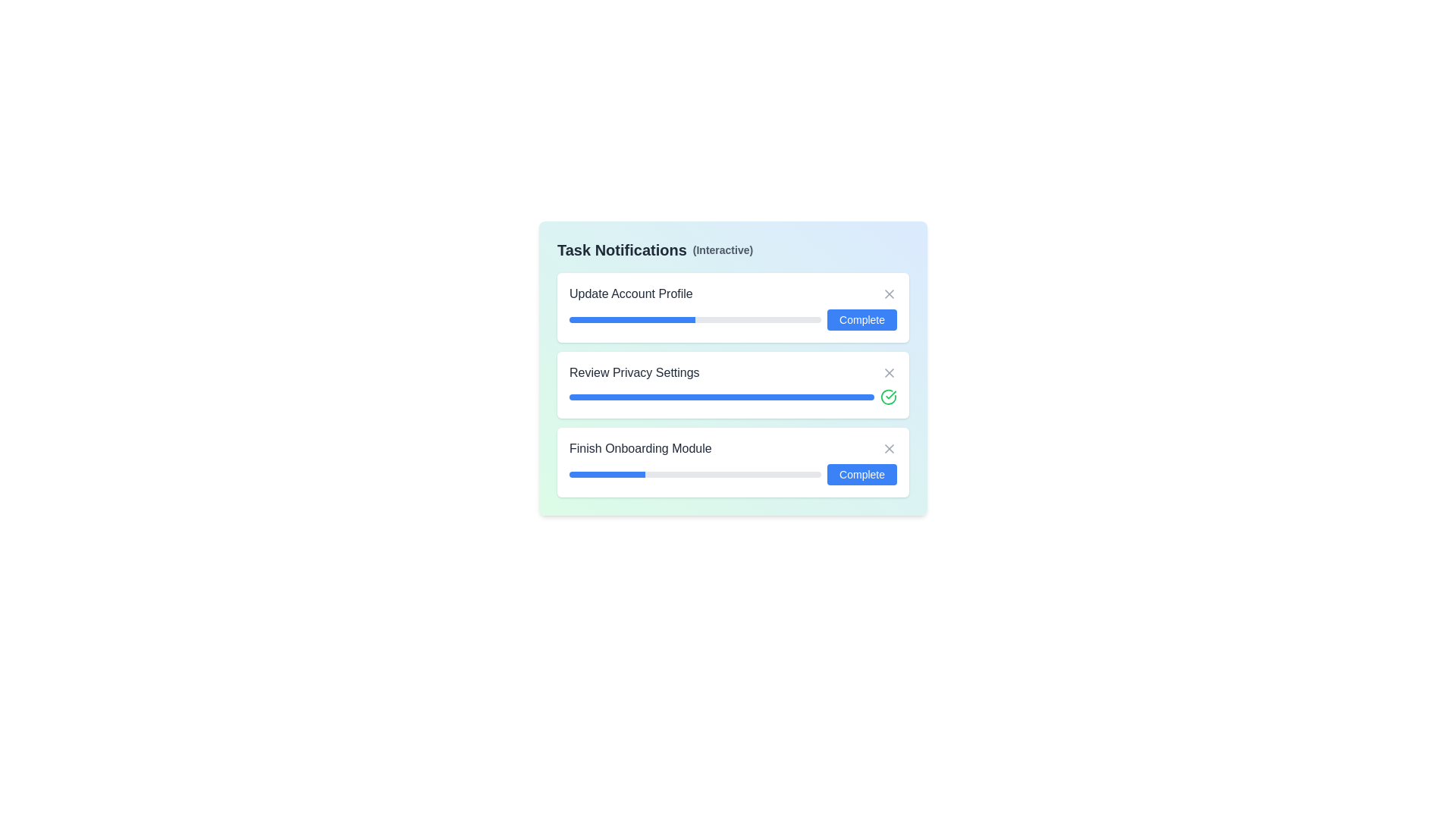 The height and width of the screenshot is (819, 1456). What do you see at coordinates (862, 473) in the screenshot?
I see `'Complete' button for the task titled 'Finish Onboarding Module'` at bounding box center [862, 473].